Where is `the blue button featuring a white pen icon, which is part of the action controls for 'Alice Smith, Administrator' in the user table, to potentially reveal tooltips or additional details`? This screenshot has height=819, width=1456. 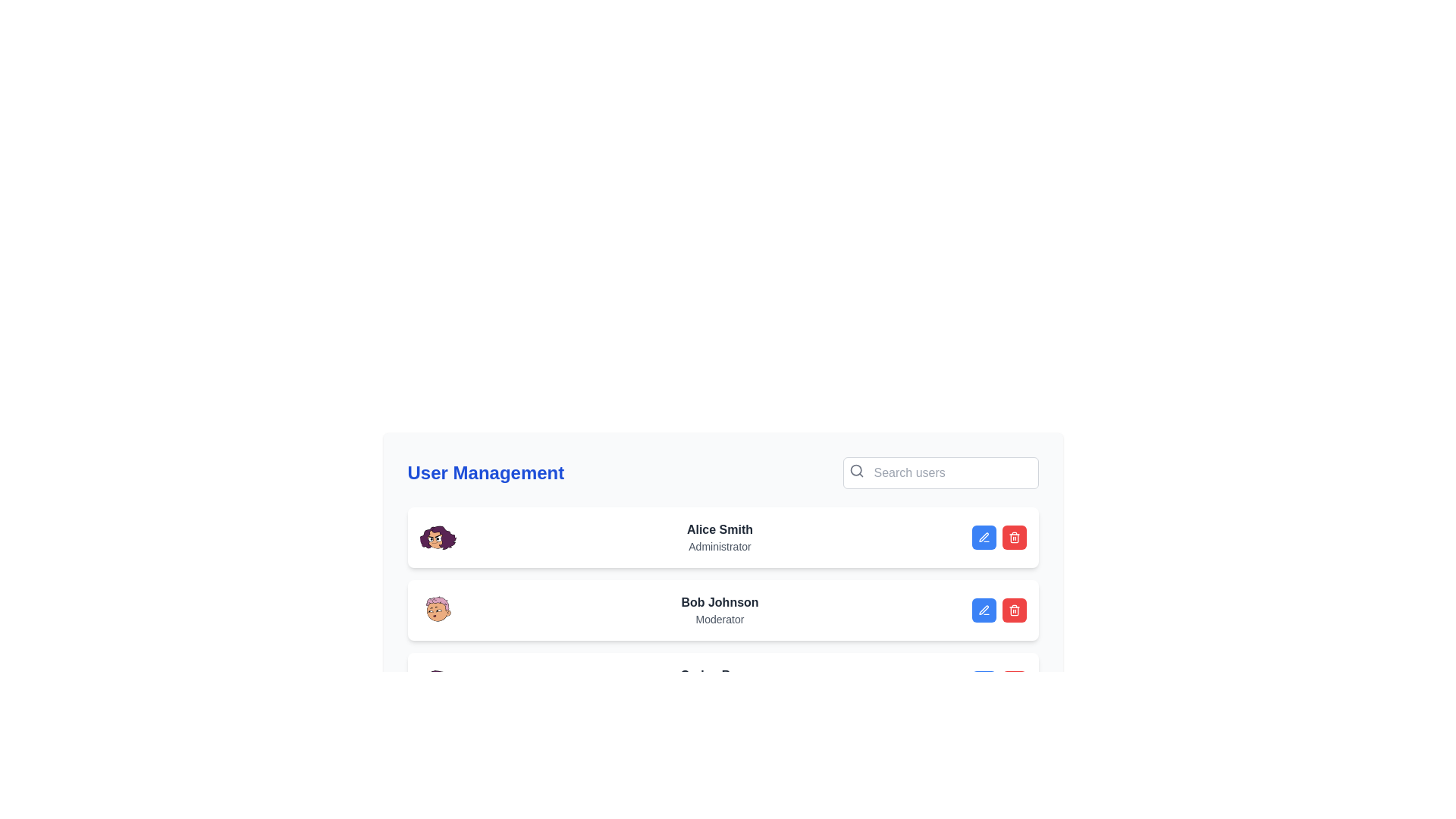 the blue button featuring a white pen icon, which is part of the action controls for 'Alice Smith, Administrator' in the user table, to potentially reveal tooltips or additional details is located at coordinates (984, 537).